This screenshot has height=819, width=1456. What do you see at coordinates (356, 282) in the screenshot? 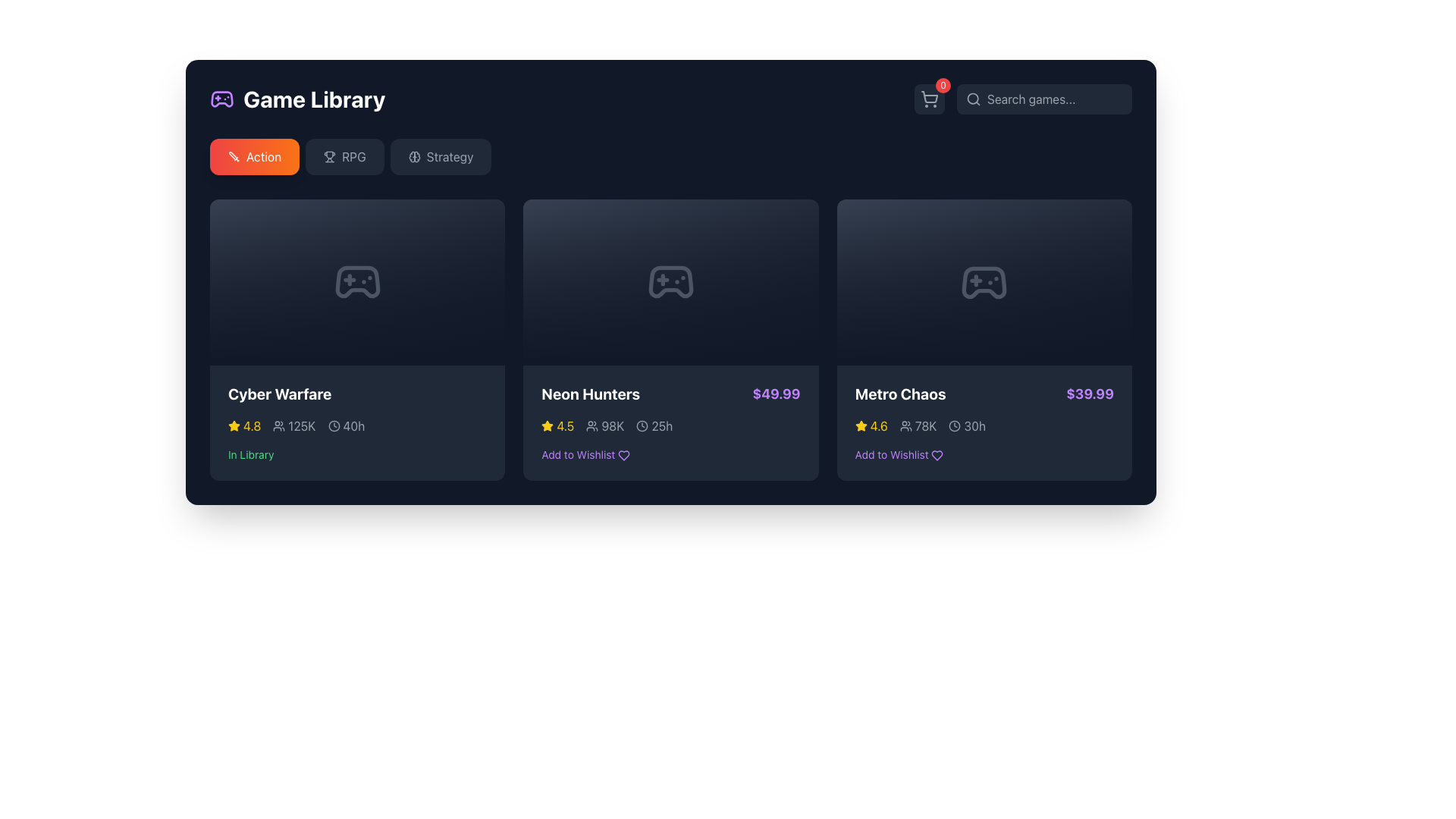
I see `the game controller icon, which is styled gray and located in the first content card of the game 'Cyber Warfare', featuring a symmetrical design with buttons and a directional cross` at bounding box center [356, 282].